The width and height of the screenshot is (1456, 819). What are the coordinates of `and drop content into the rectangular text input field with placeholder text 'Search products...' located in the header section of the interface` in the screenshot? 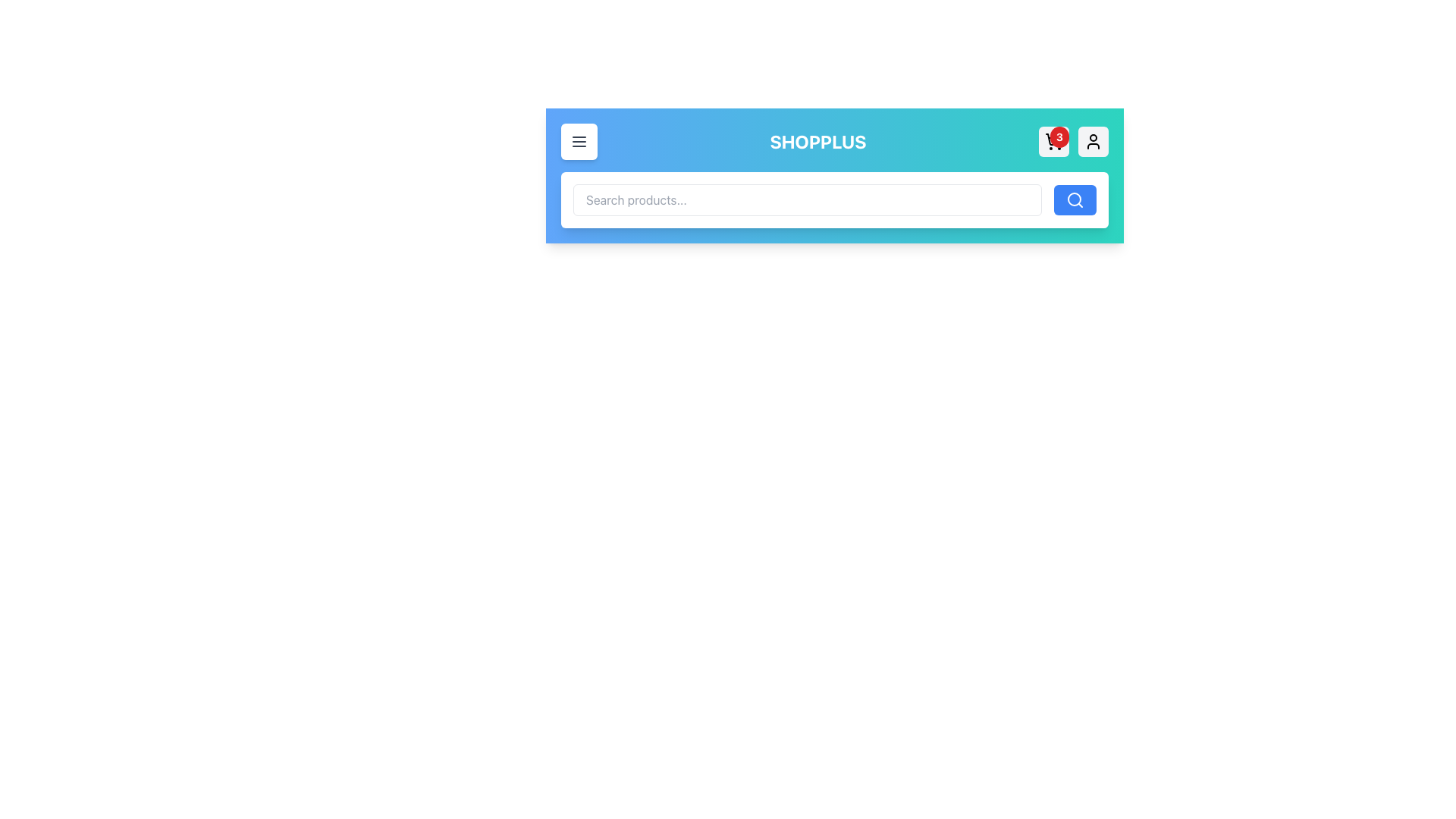 It's located at (807, 199).